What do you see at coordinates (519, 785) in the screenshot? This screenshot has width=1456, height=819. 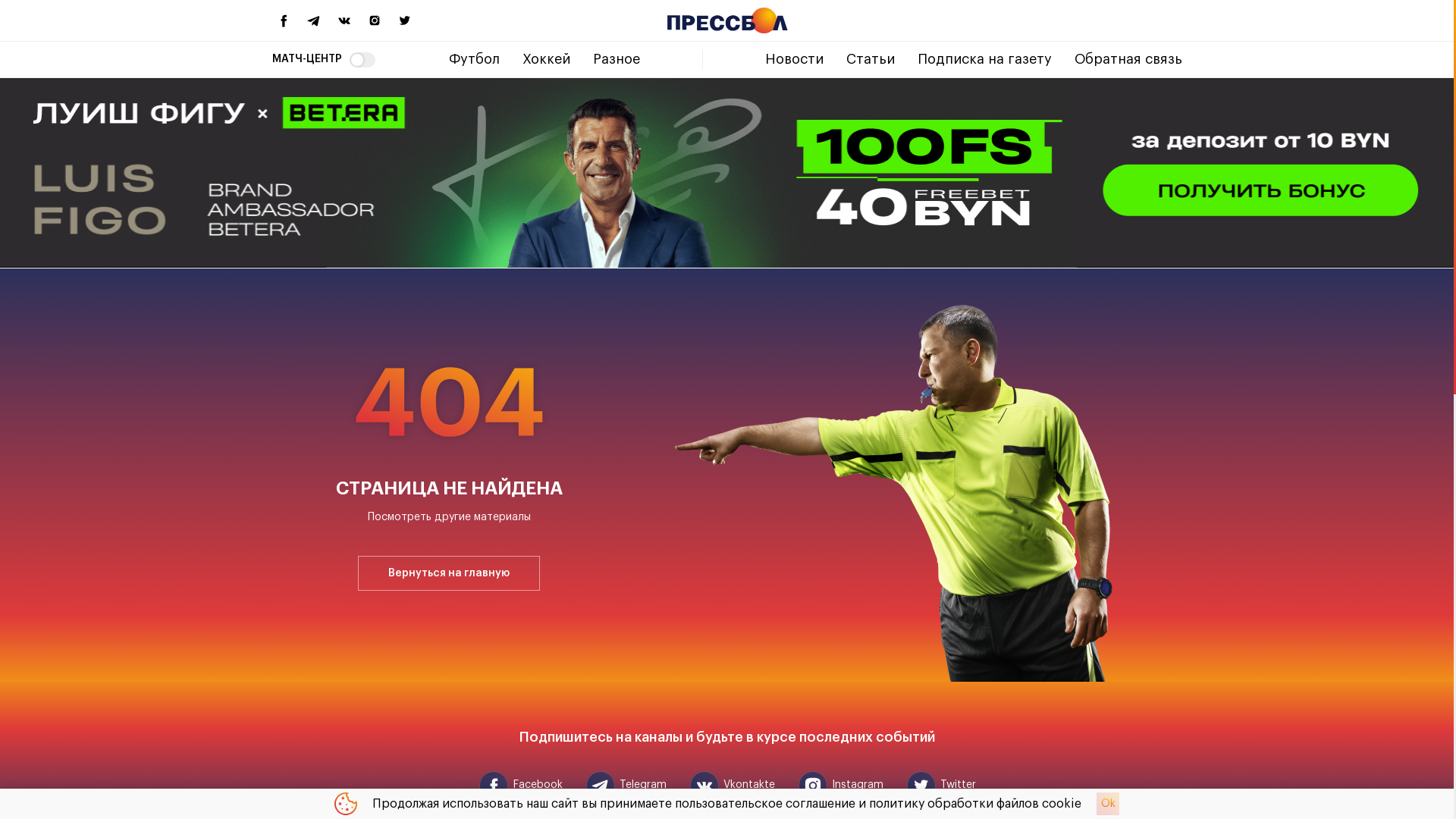 I see `'Facebook'` at bounding box center [519, 785].